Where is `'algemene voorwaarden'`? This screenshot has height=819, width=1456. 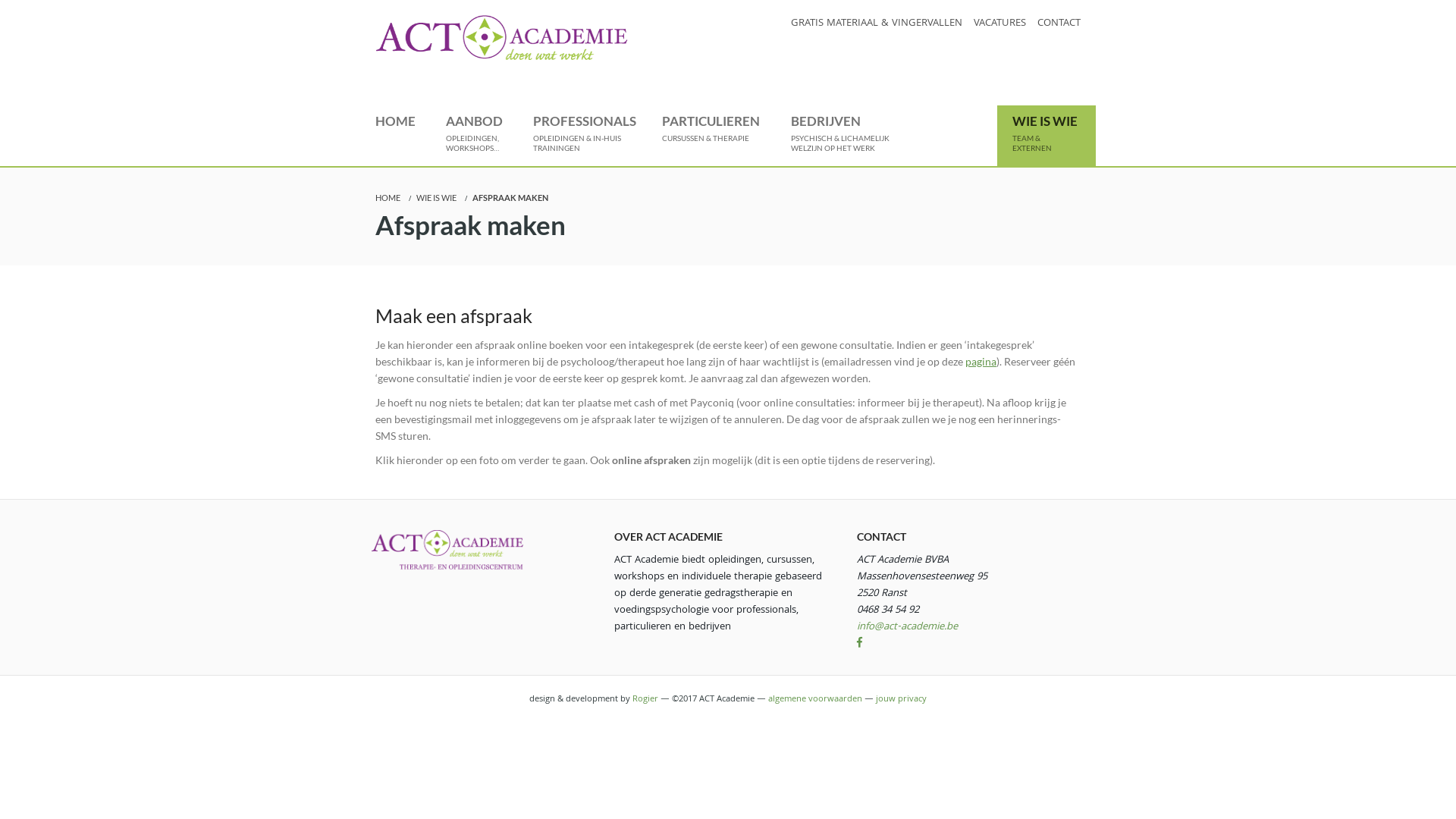 'algemene voorwaarden' is located at coordinates (814, 699).